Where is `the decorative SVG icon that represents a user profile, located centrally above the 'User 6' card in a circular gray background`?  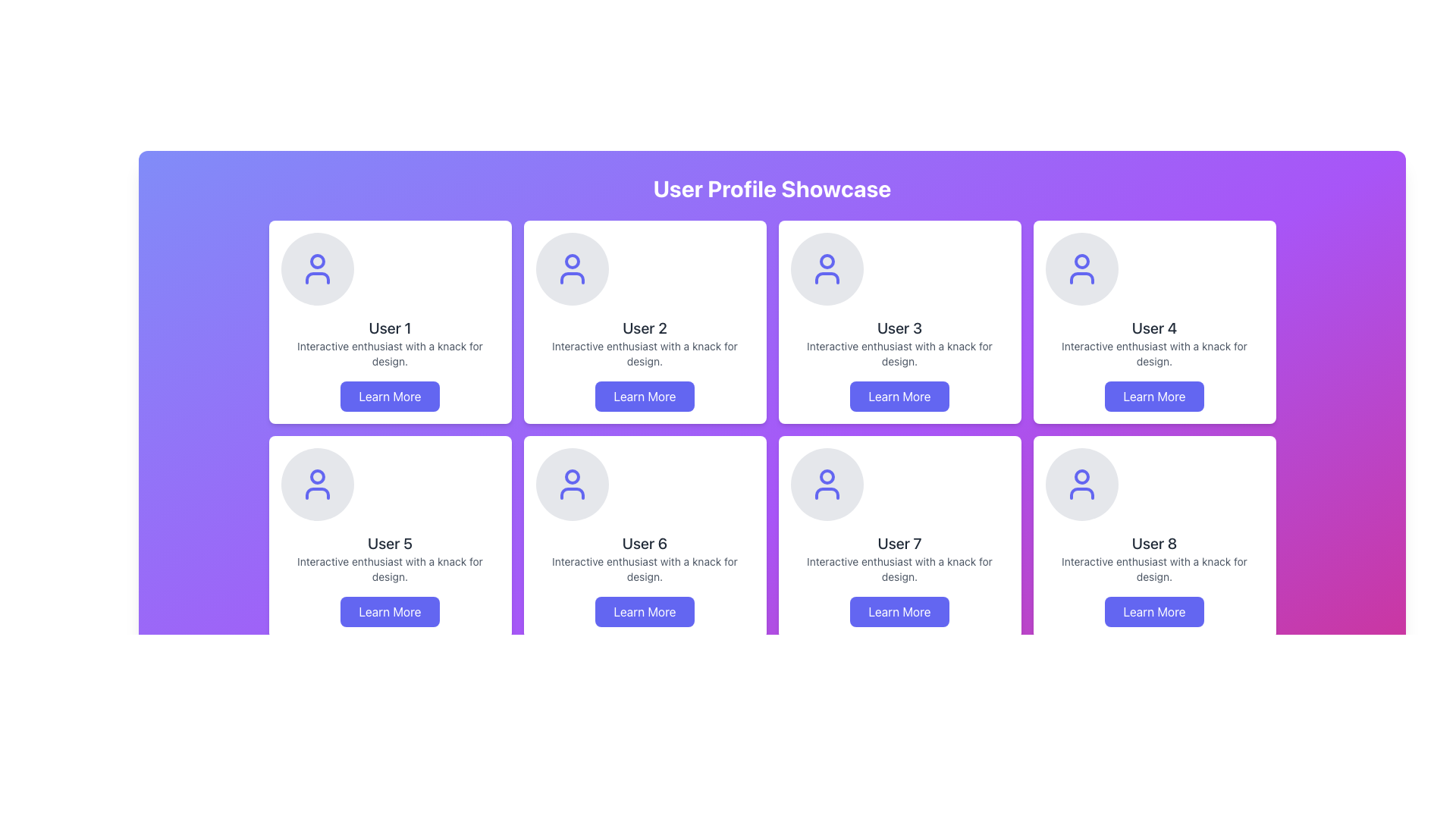 the decorative SVG icon that represents a user profile, located centrally above the 'User 6' card in a circular gray background is located at coordinates (571, 485).